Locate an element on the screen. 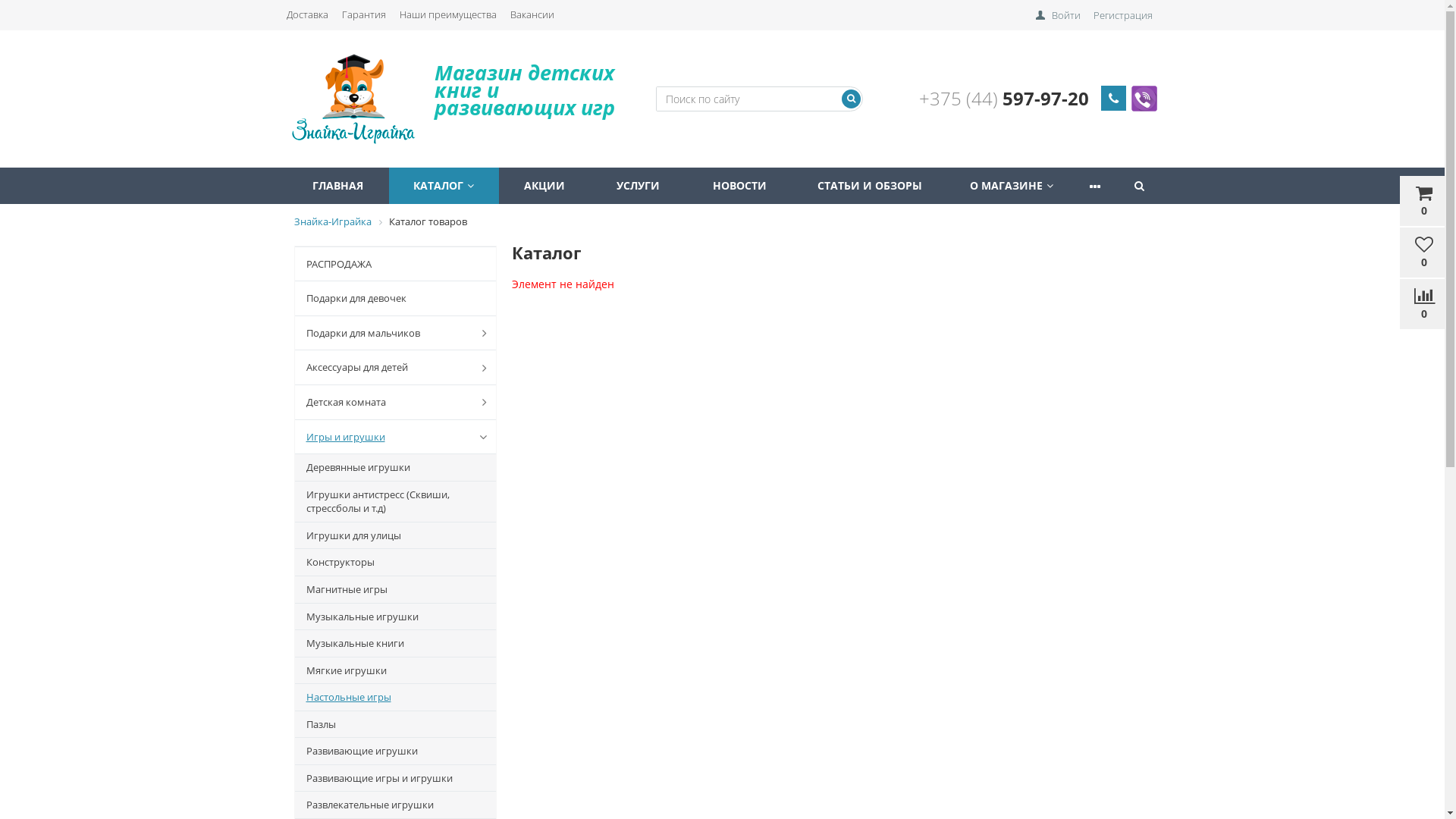 This screenshot has width=1456, height=819. '0' is located at coordinates (1399, 304).